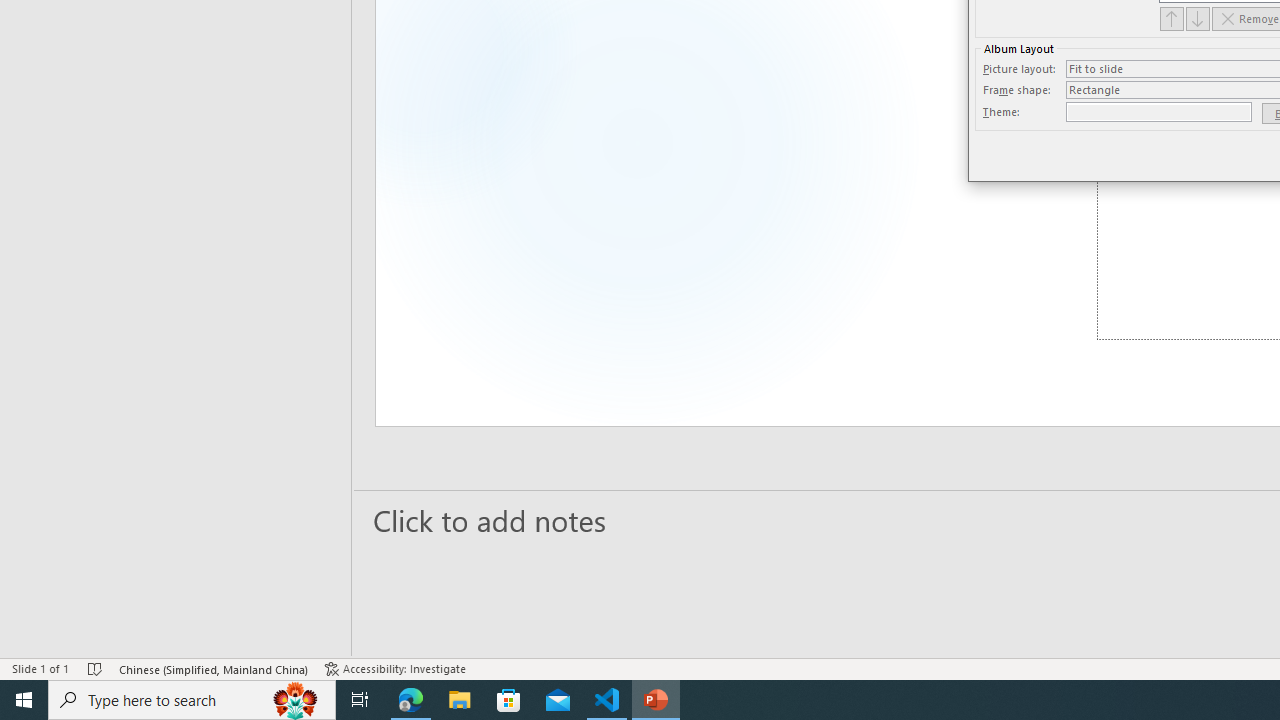 The height and width of the screenshot is (720, 1280). I want to click on 'Microsoft Store', so click(509, 698).